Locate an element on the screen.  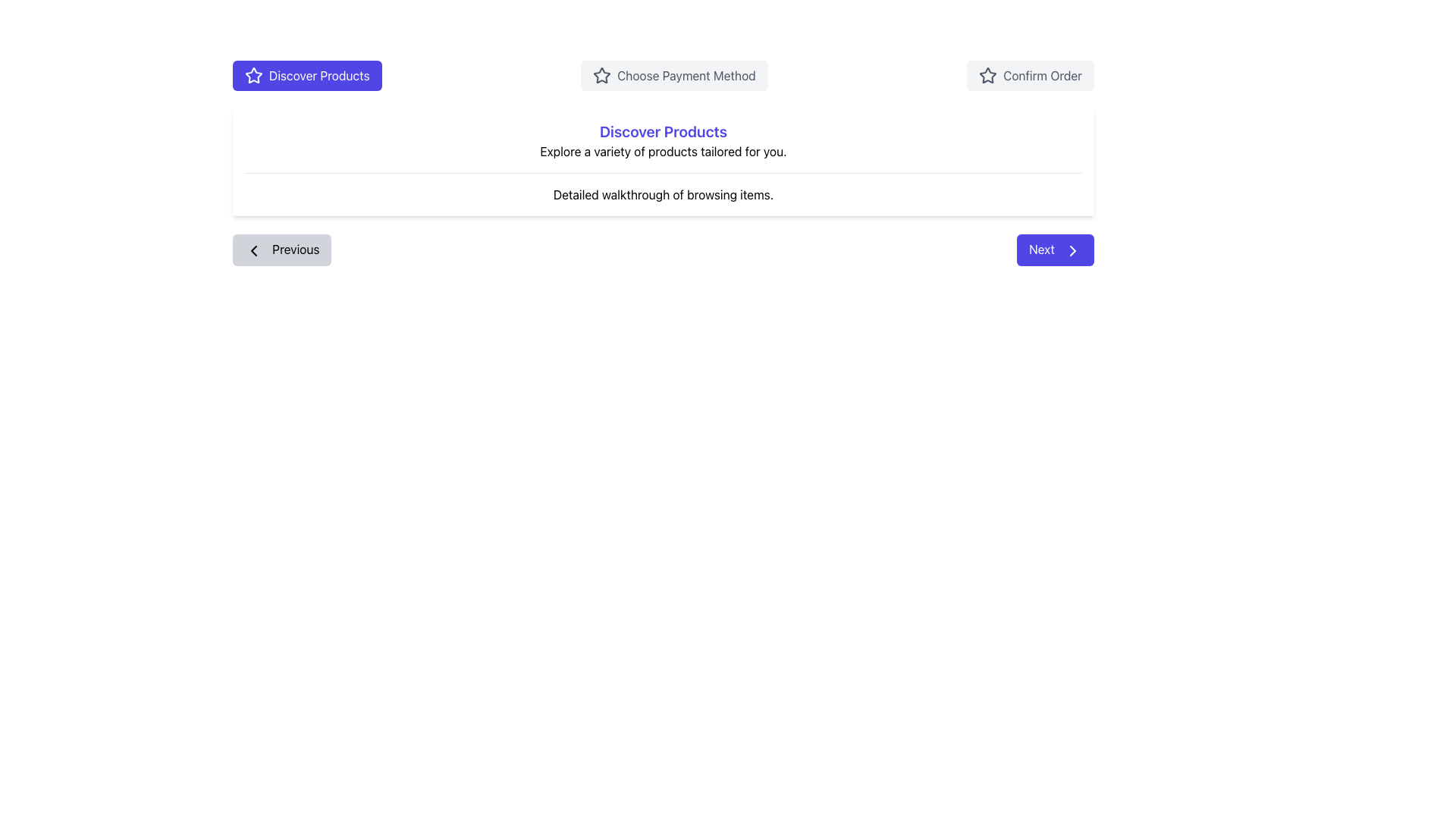
the star icon located at the start of the 'Choose Payment Method' button, which is the leftmost button among three primary options is located at coordinates (601, 76).